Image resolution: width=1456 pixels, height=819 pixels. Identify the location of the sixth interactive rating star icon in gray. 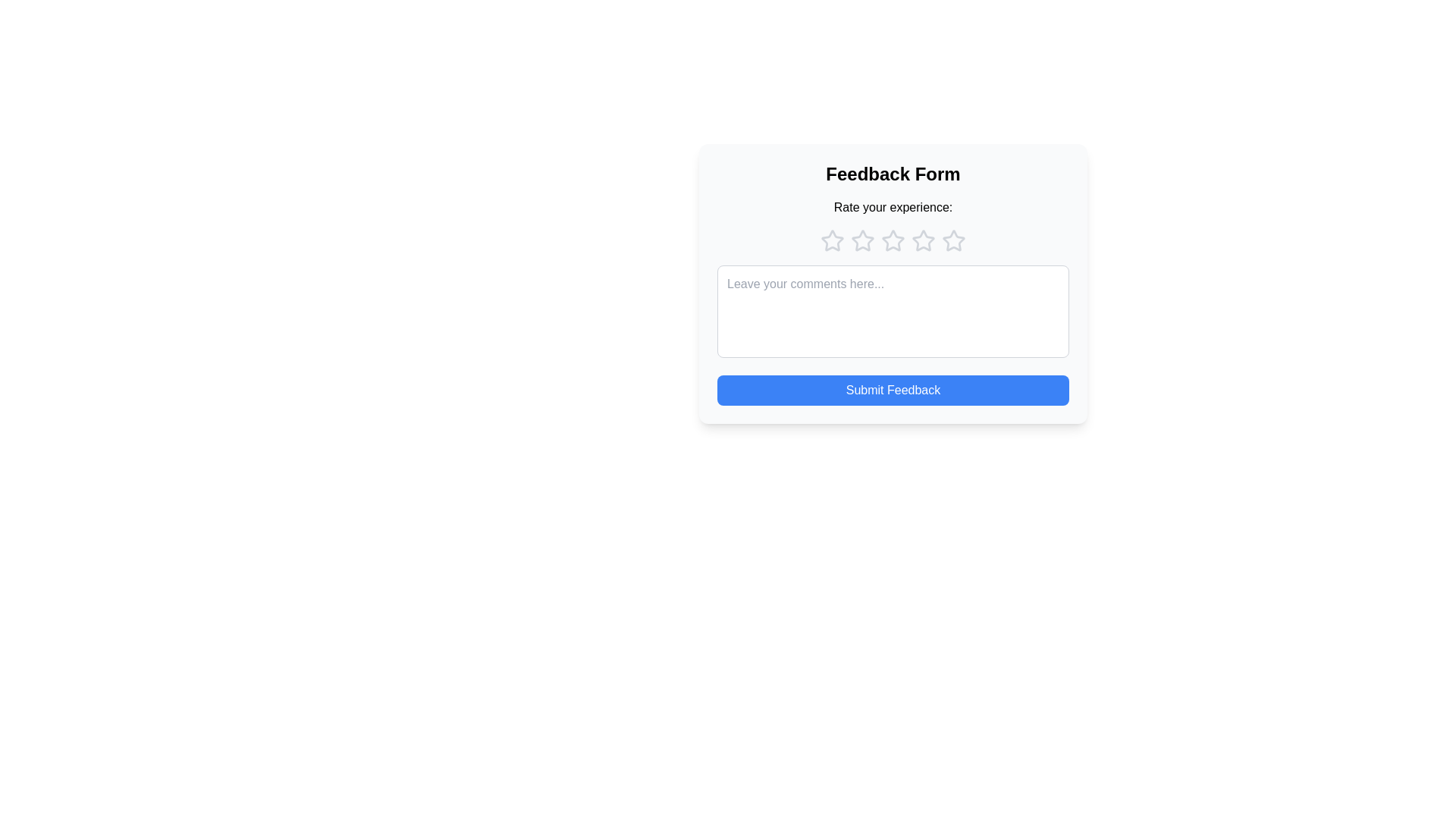
(923, 240).